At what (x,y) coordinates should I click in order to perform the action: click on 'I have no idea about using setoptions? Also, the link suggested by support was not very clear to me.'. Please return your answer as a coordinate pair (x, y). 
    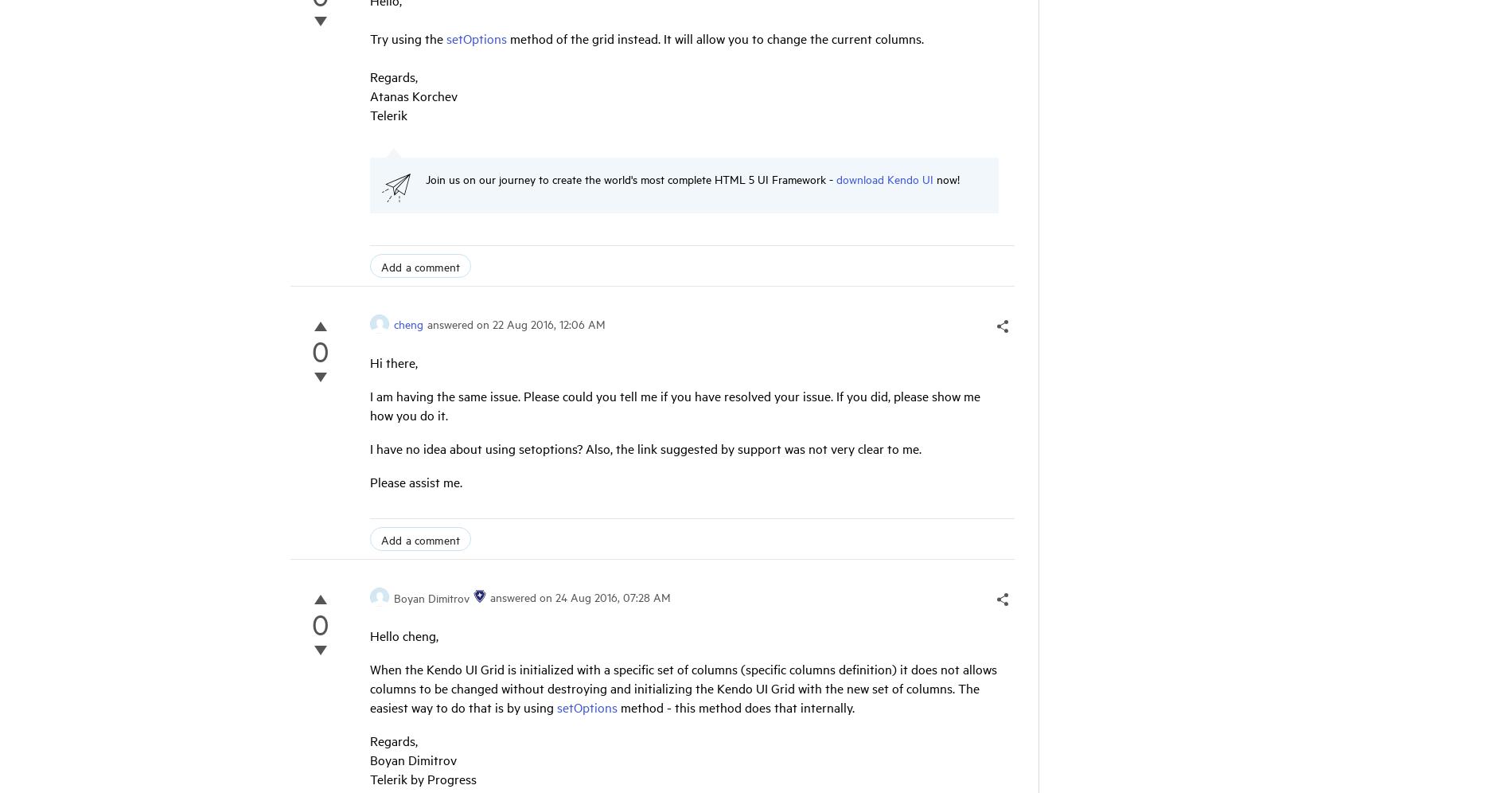
    Looking at the image, I should click on (368, 447).